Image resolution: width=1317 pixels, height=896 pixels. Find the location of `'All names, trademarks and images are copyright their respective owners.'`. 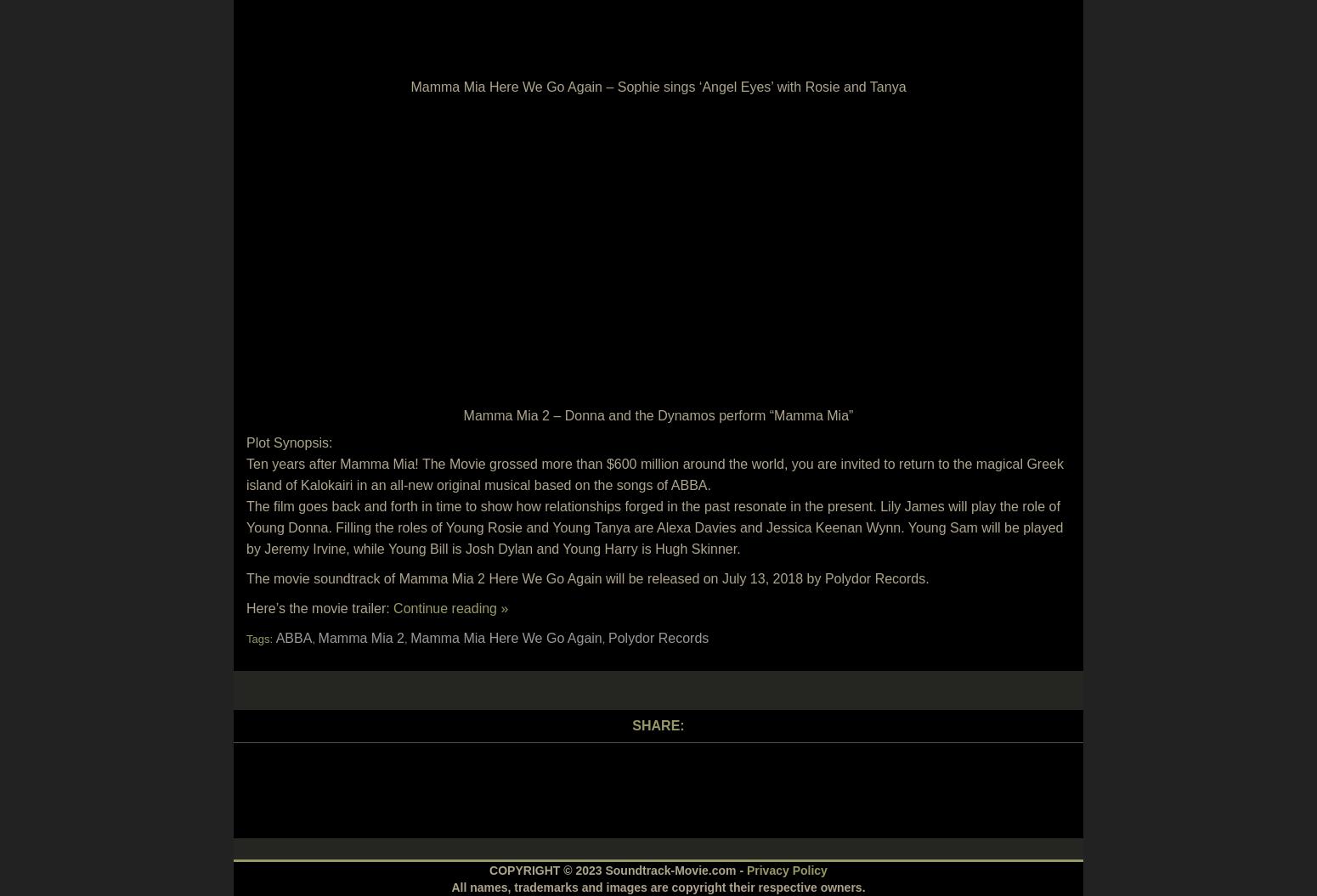

'All names, trademarks and images are copyright their respective owners.' is located at coordinates (450, 886).